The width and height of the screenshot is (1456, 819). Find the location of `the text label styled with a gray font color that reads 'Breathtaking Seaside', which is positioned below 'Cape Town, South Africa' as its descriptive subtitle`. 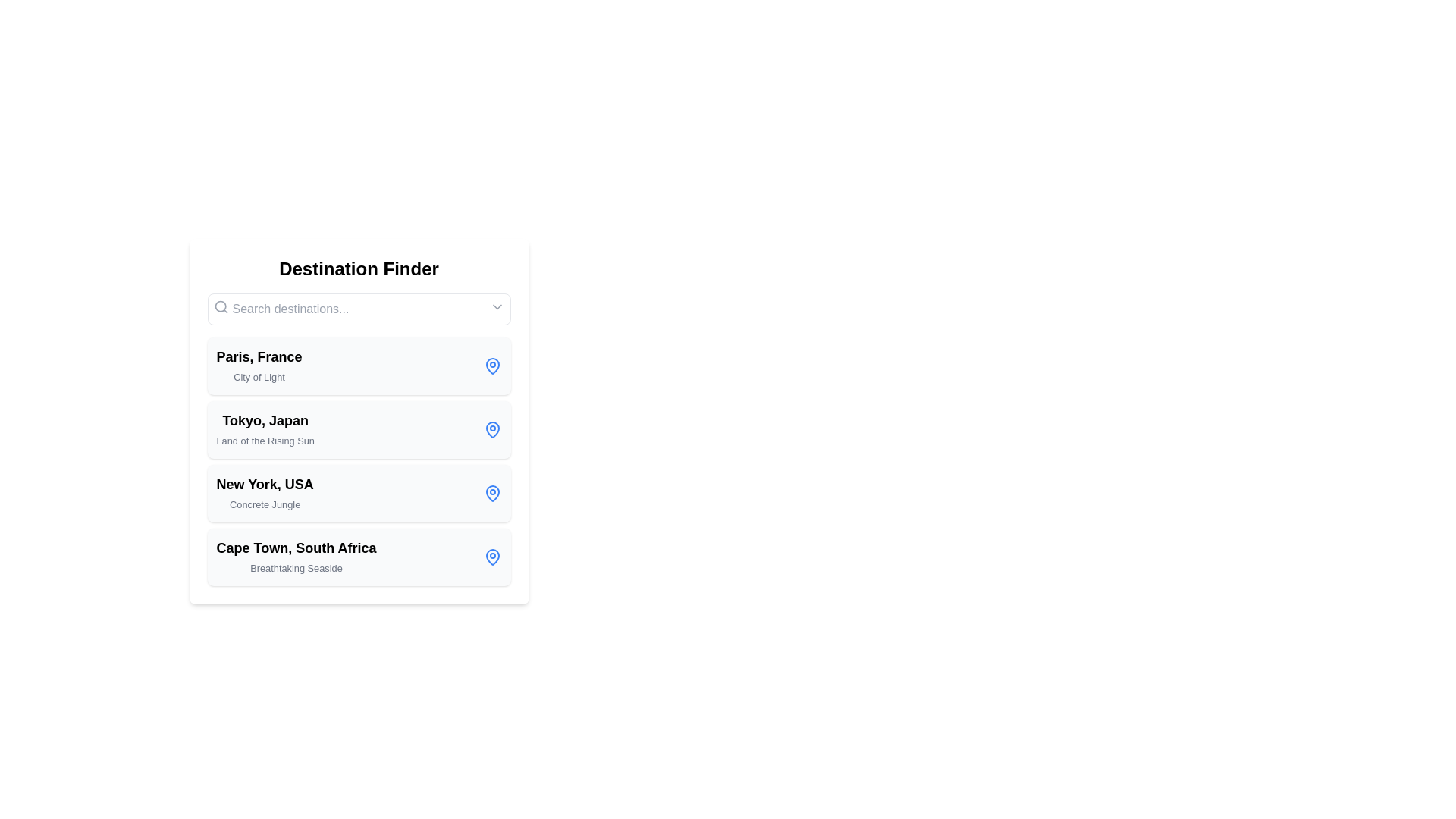

the text label styled with a gray font color that reads 'Breathtaking Seaside', which is positioned below 'Cape Town, South Africa' as its descriptive subtitle is located at coordinates (296, 568).